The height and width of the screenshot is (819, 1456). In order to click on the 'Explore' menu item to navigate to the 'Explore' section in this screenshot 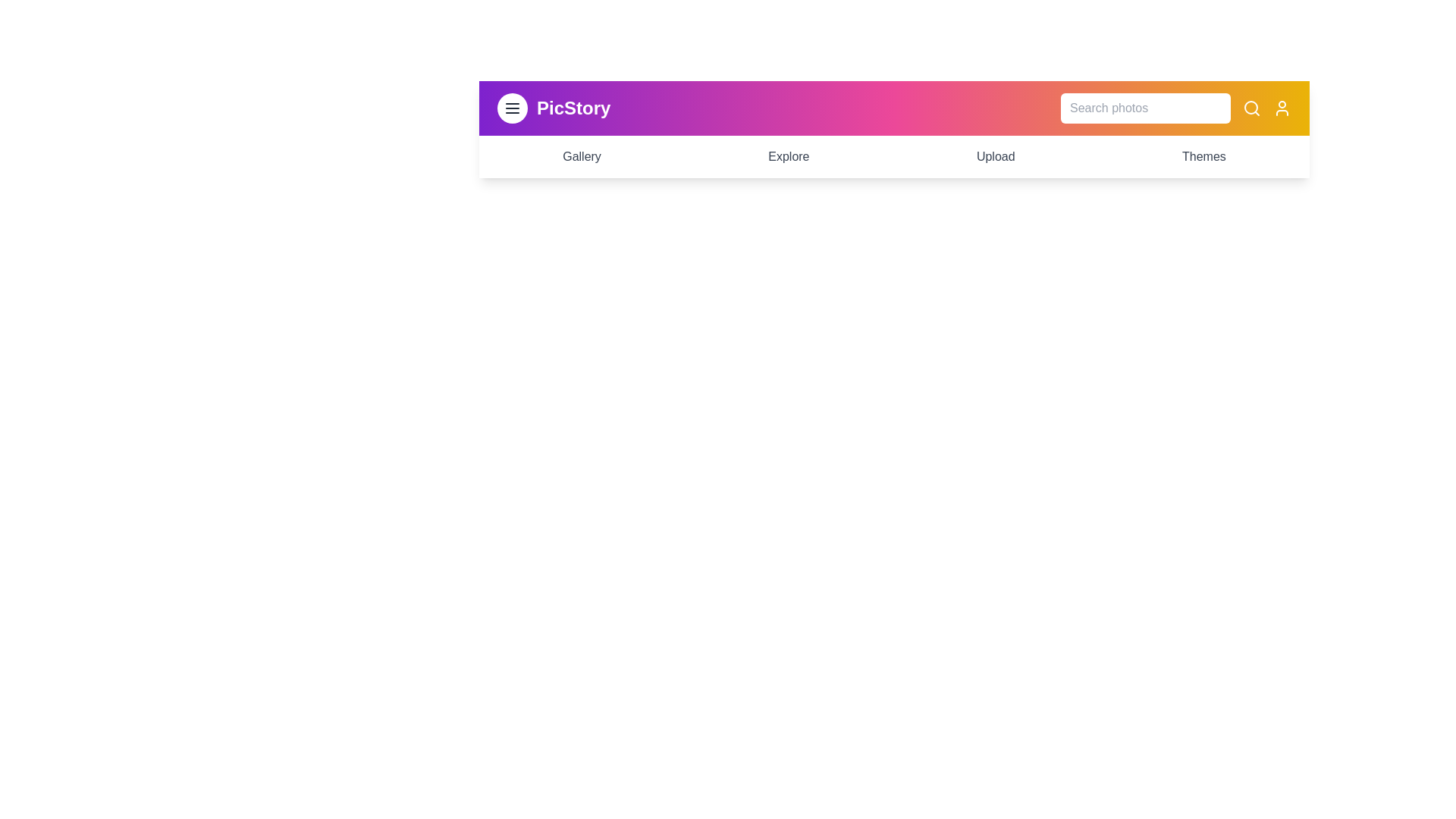, I will do `click(789, 157)`.